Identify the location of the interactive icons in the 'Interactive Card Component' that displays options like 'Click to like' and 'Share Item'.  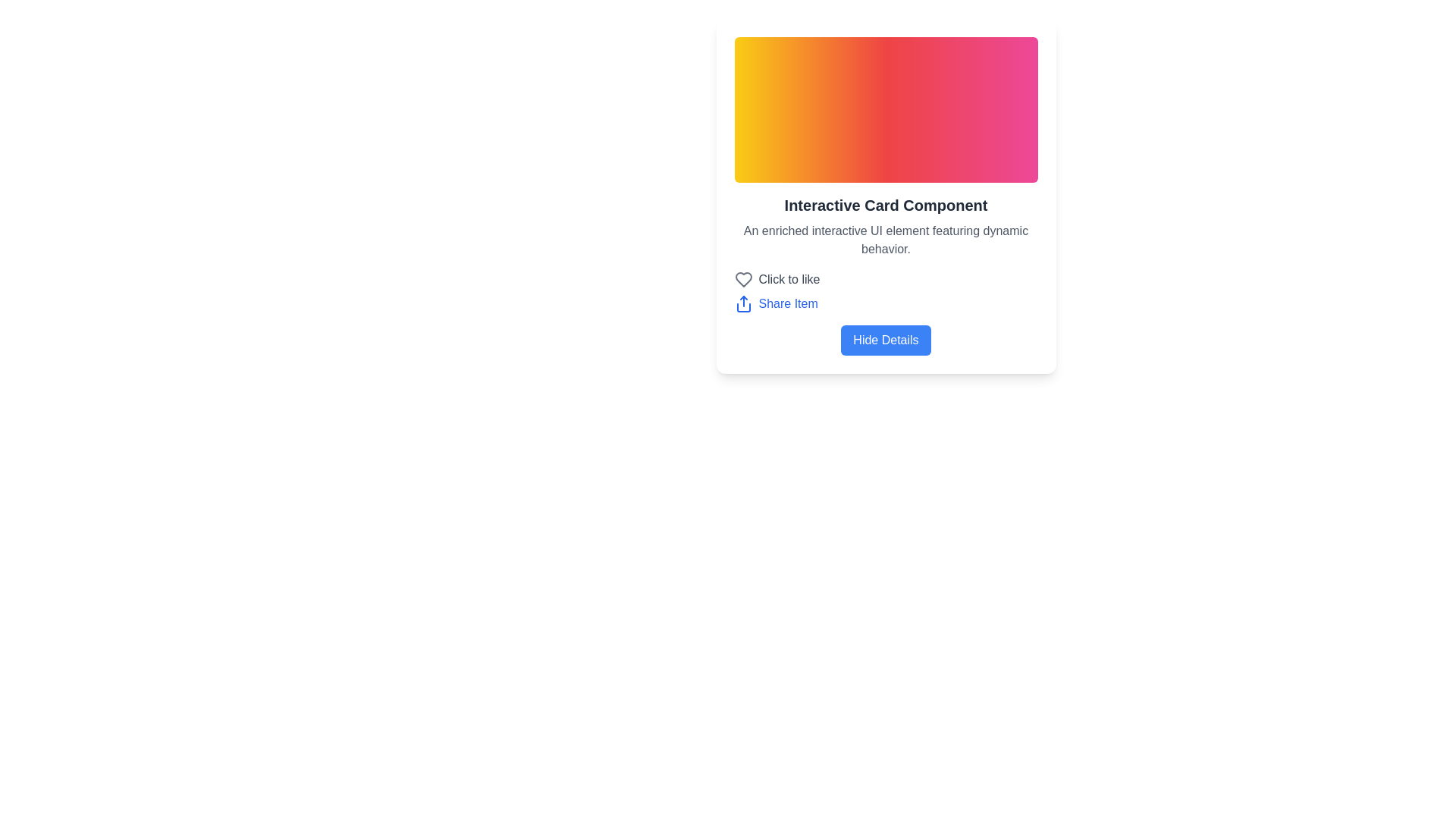
(886, 275).